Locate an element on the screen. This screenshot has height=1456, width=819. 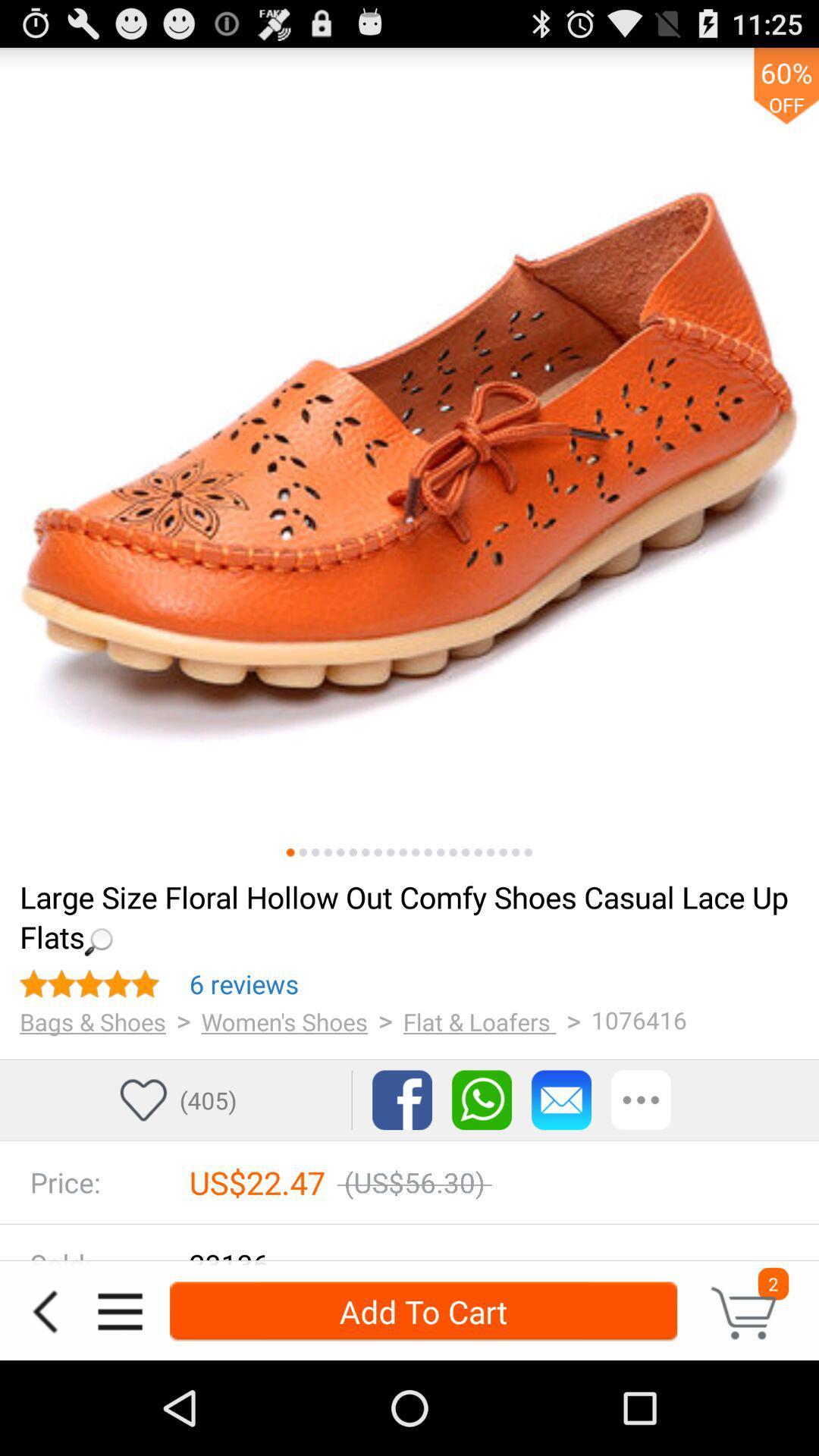
this image is located at coordinates (402, 852).